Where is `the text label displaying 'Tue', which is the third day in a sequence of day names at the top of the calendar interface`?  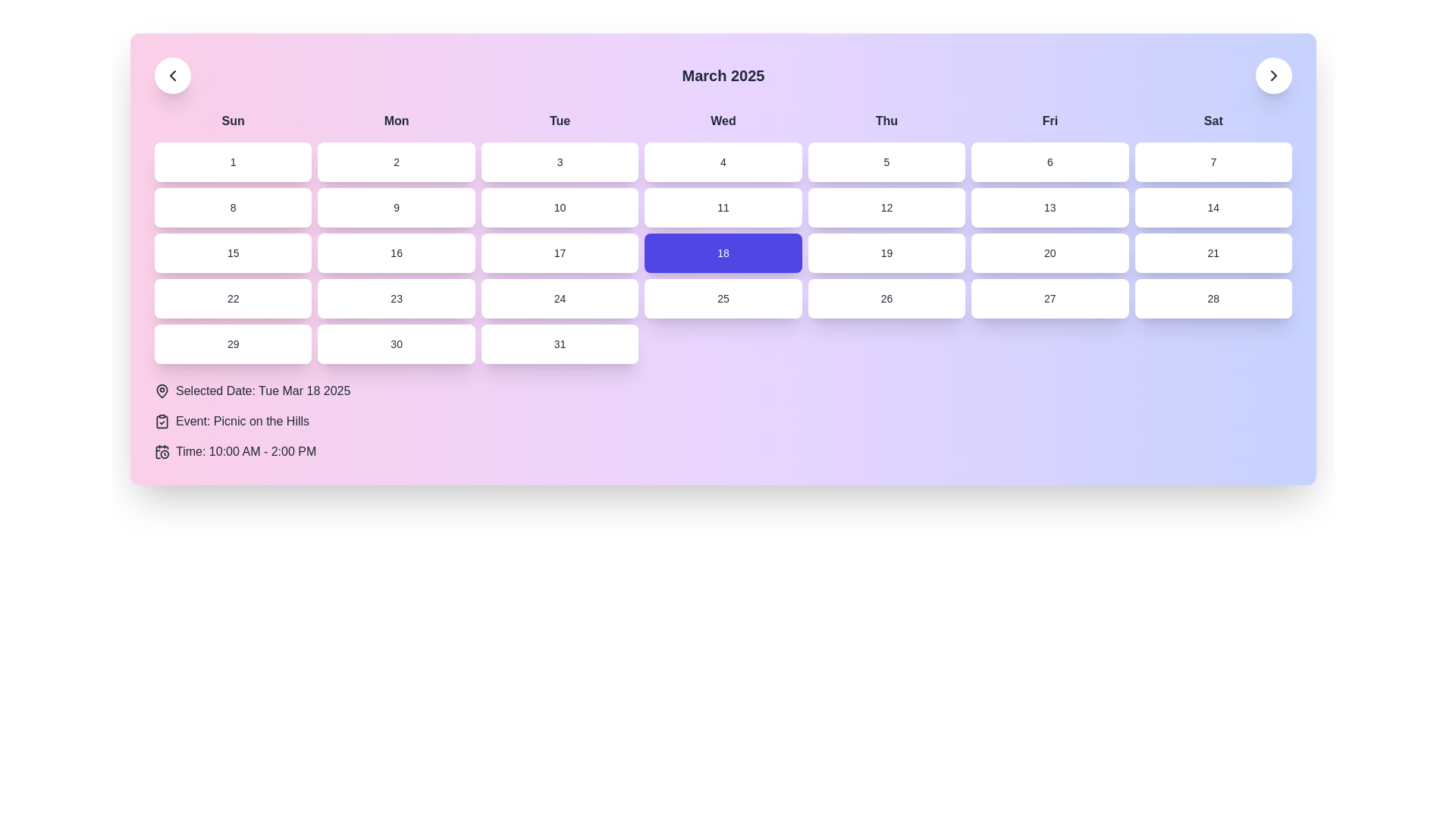
the text label displaying 'Tue', which is the third day in a sequence of day names at the top of the calendar interface is located at coordinates (559, 120).